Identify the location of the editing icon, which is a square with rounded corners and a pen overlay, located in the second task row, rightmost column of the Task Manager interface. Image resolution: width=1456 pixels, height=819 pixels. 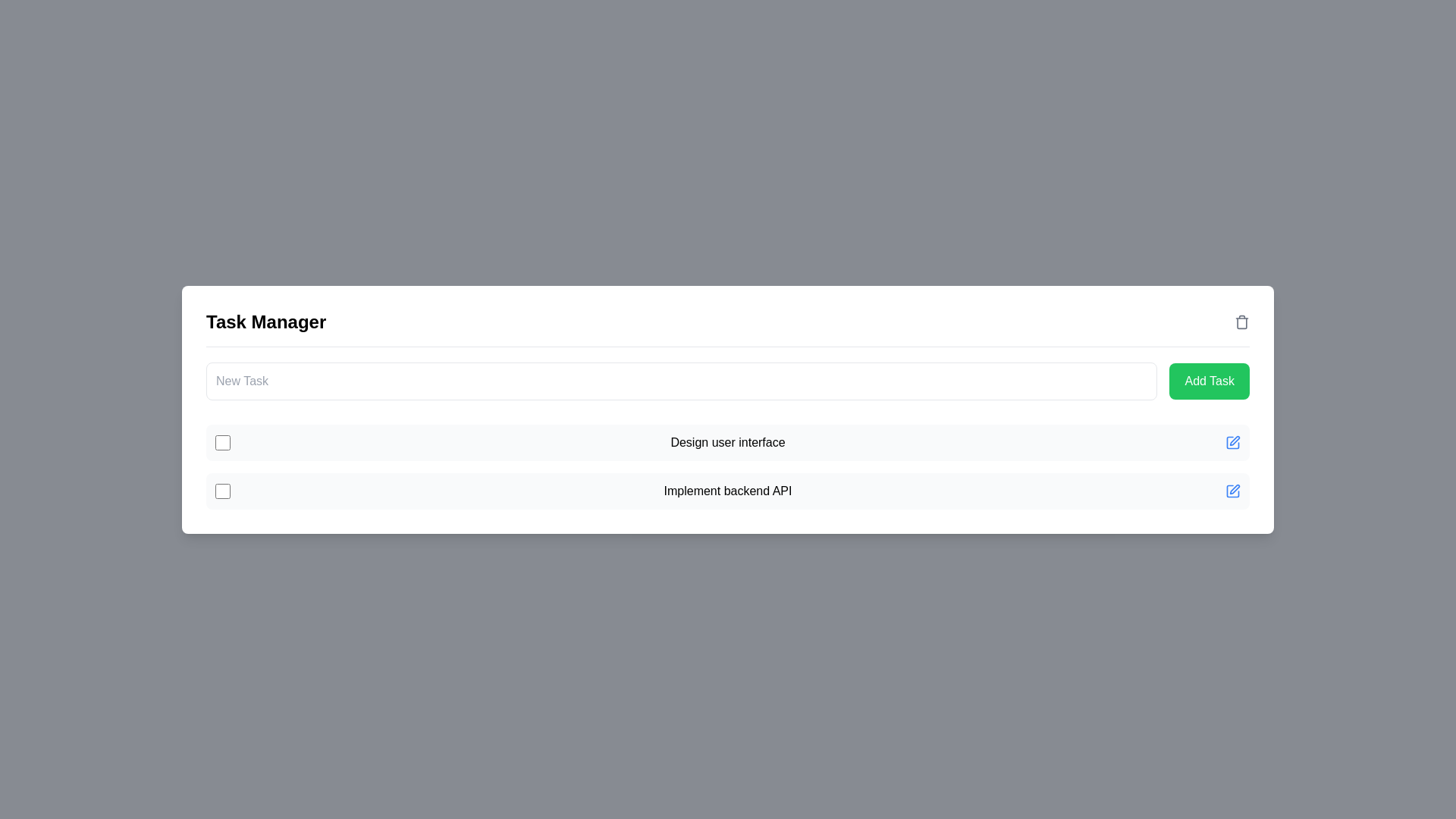
(1233, 441).